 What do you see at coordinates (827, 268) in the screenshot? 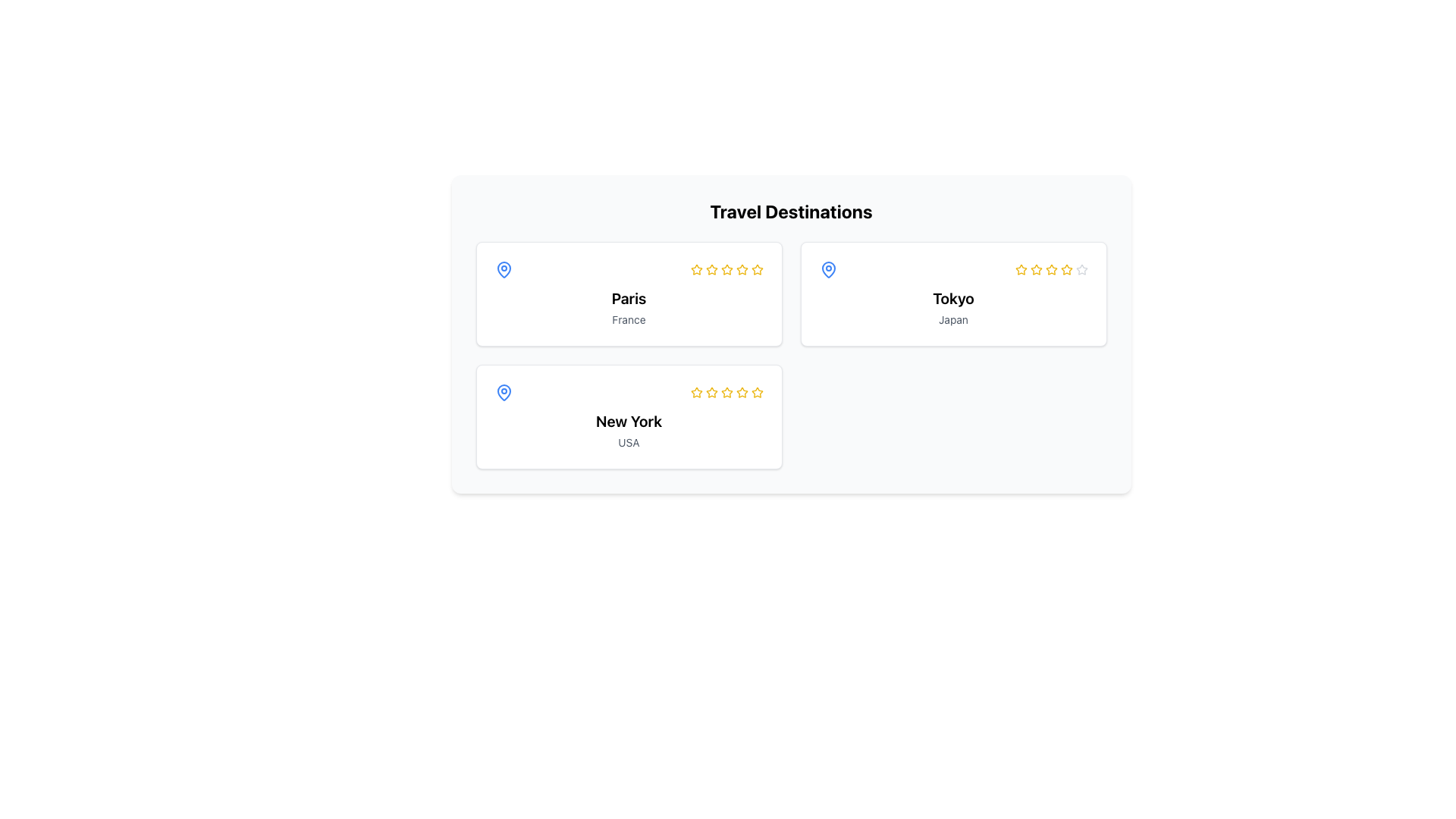
I see `the blue map pin icon located within the 'Tokyo' card in the 'Travel Destinations' section` at bounding box center [827, 268].